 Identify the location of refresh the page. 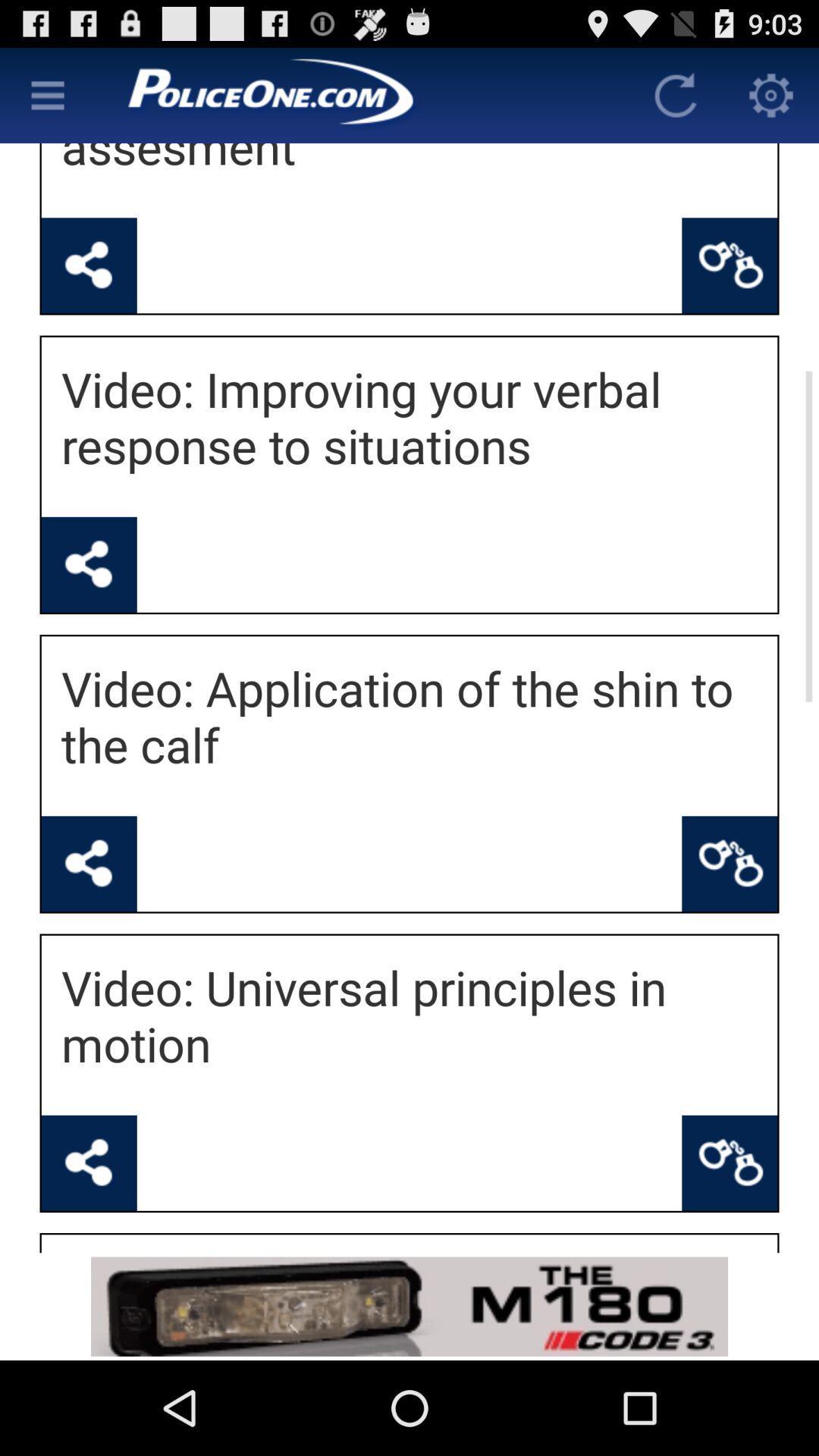
(675, 94).